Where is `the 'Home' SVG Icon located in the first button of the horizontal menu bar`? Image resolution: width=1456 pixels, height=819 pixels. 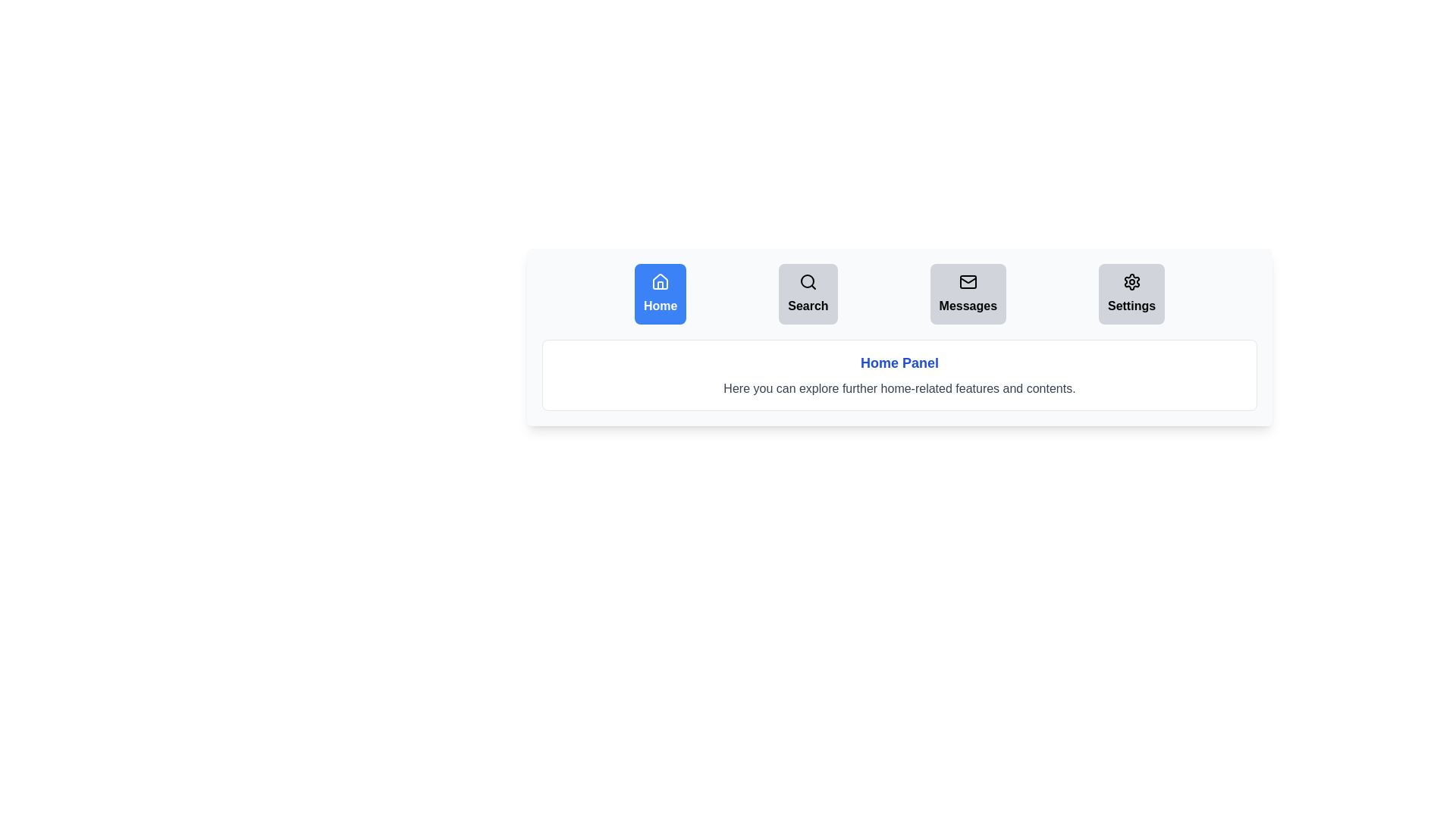
the 'Home' SVG Icon located in the first button of the horizontal menu bar is located at coordinates (661, 281).